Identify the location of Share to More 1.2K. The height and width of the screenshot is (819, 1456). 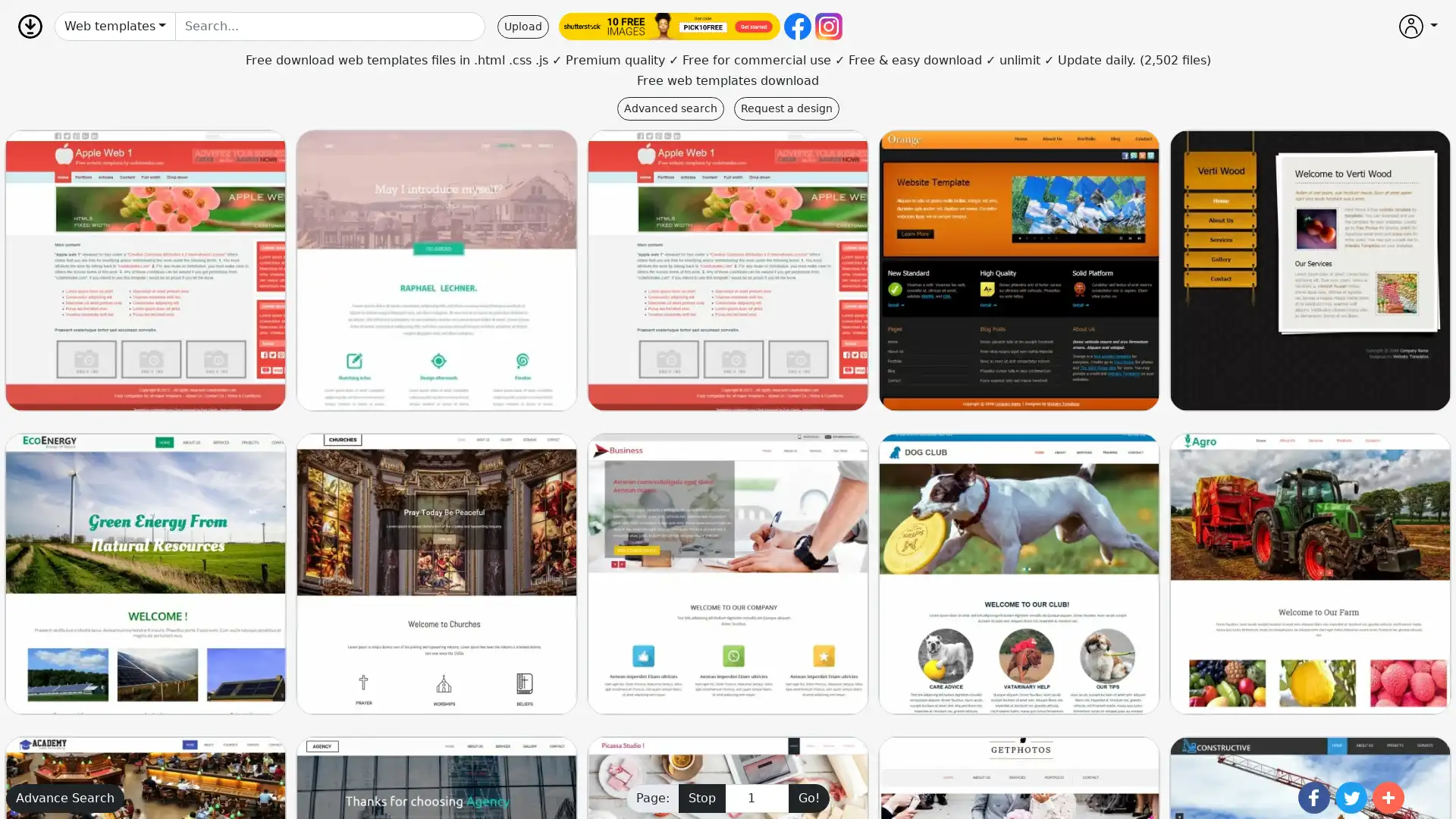
(1376, 797).